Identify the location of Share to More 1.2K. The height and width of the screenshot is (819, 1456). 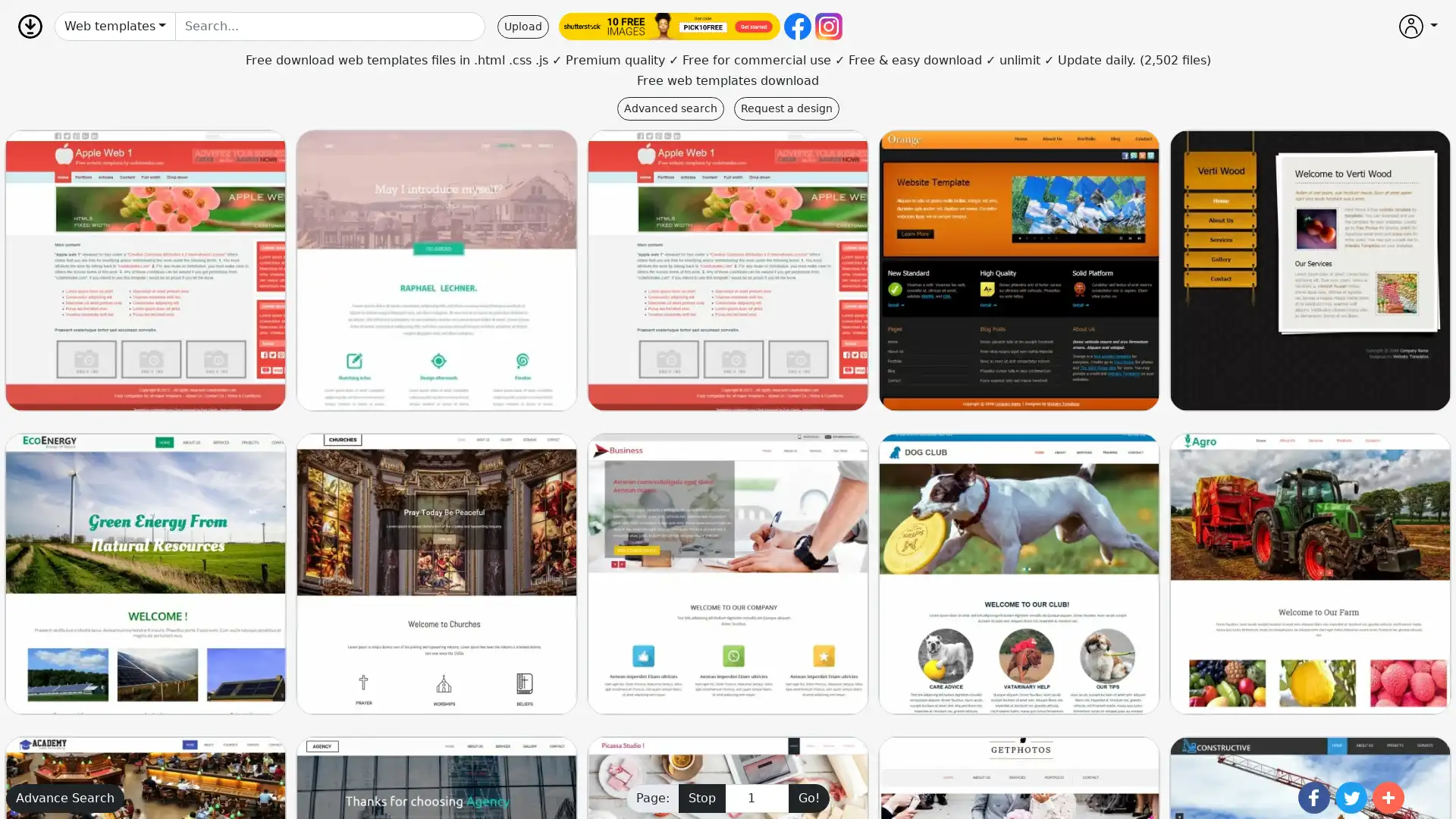
(1376, 797).